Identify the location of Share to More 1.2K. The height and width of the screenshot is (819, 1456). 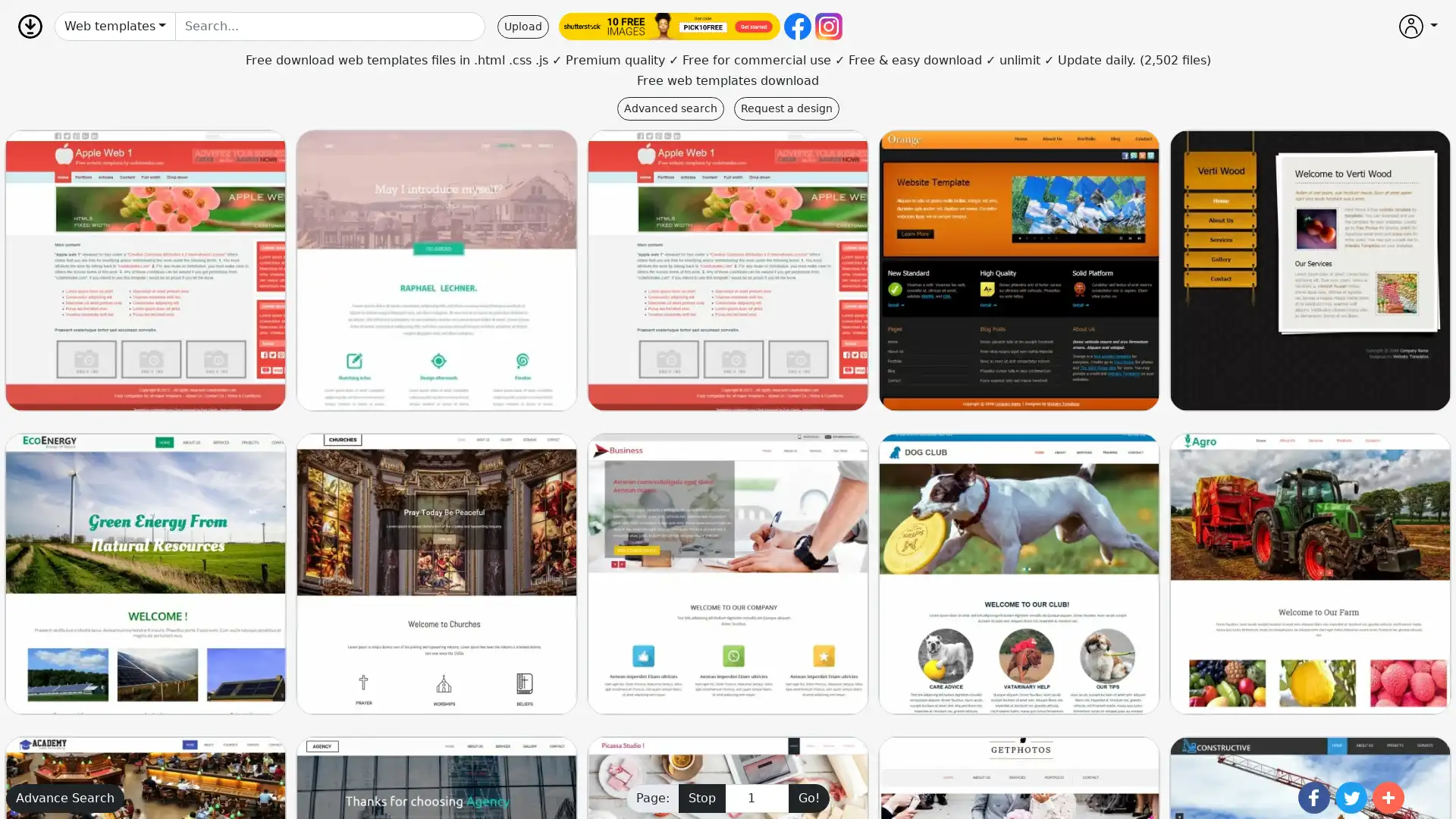
(1376, 797).